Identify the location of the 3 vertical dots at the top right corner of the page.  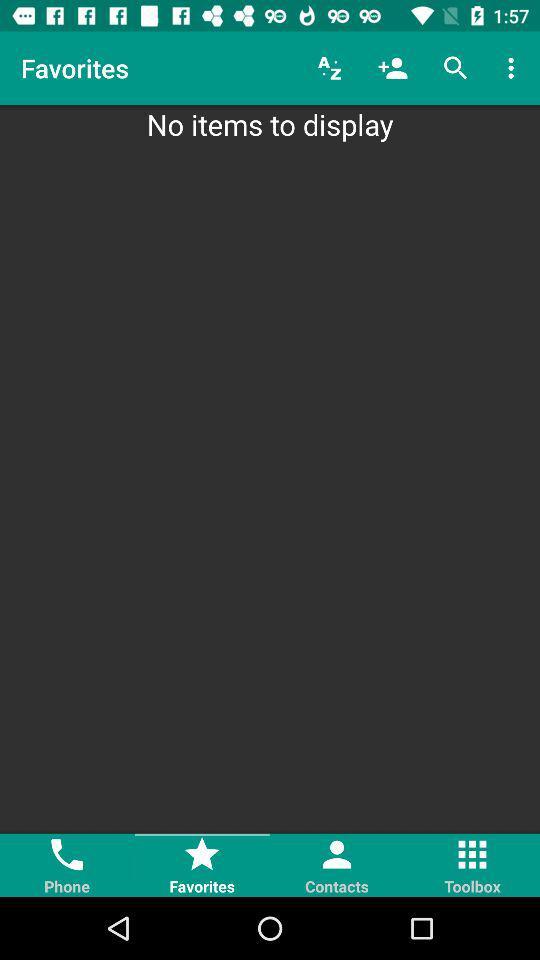
(514, 68).